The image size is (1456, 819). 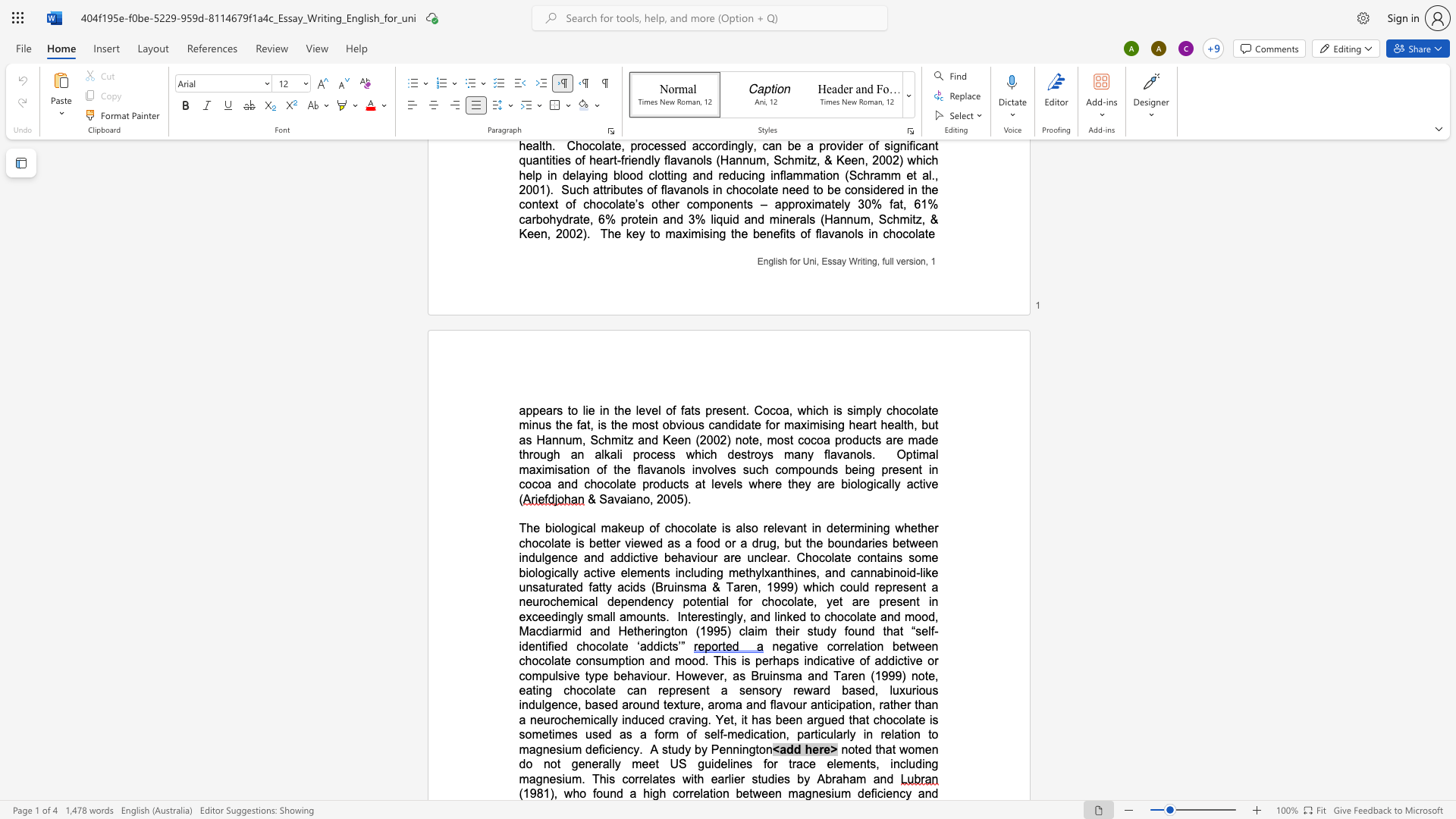 I want to click on the space between the continuous character "l" and "e" in the text, so click(x=639, y=410).